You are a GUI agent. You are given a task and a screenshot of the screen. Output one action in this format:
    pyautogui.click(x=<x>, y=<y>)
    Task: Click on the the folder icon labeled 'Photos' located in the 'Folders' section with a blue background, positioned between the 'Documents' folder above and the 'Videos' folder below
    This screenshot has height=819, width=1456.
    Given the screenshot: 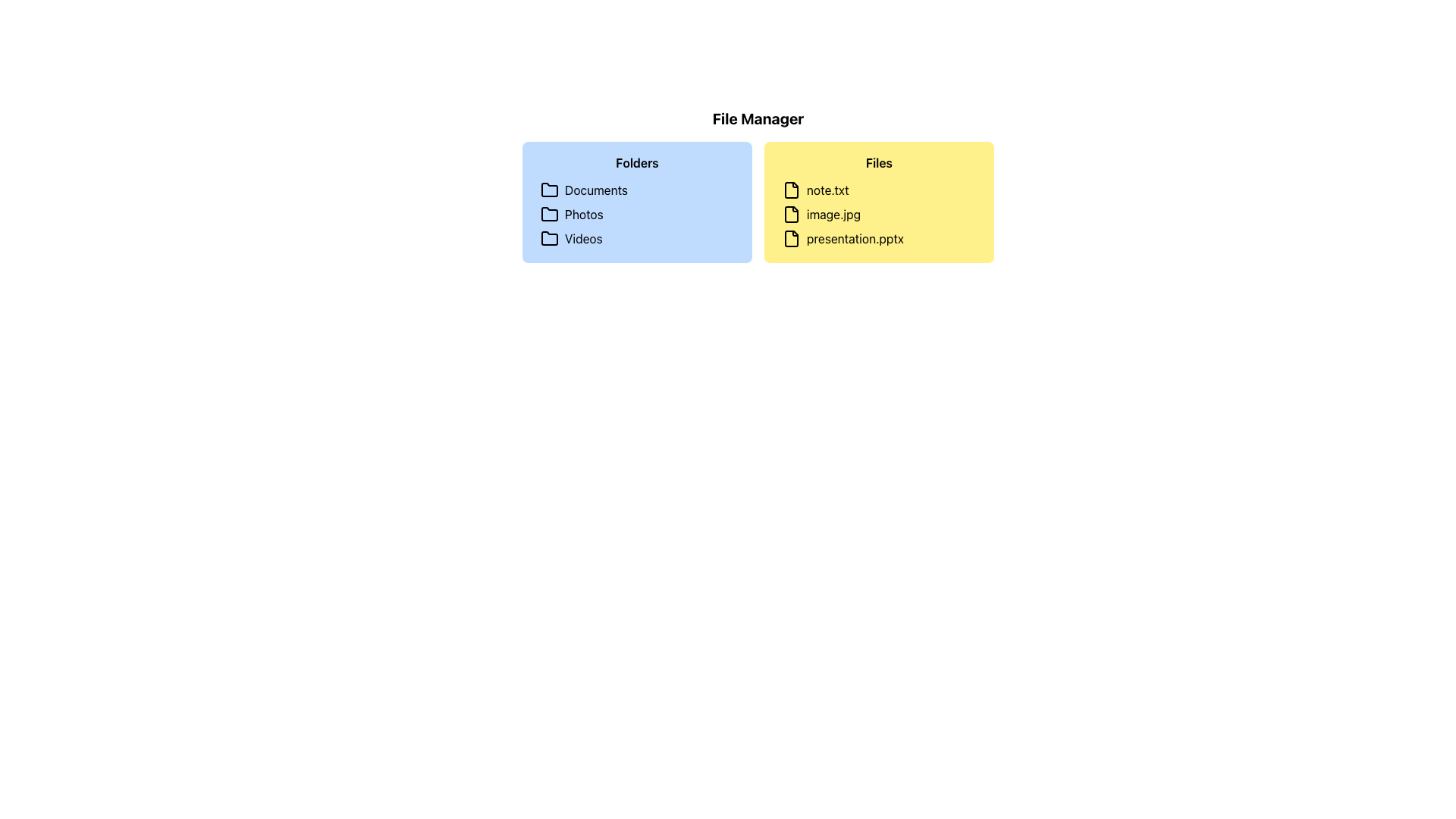 What is the action you would take?
    pyautogui.click(x=548, y=214)
    